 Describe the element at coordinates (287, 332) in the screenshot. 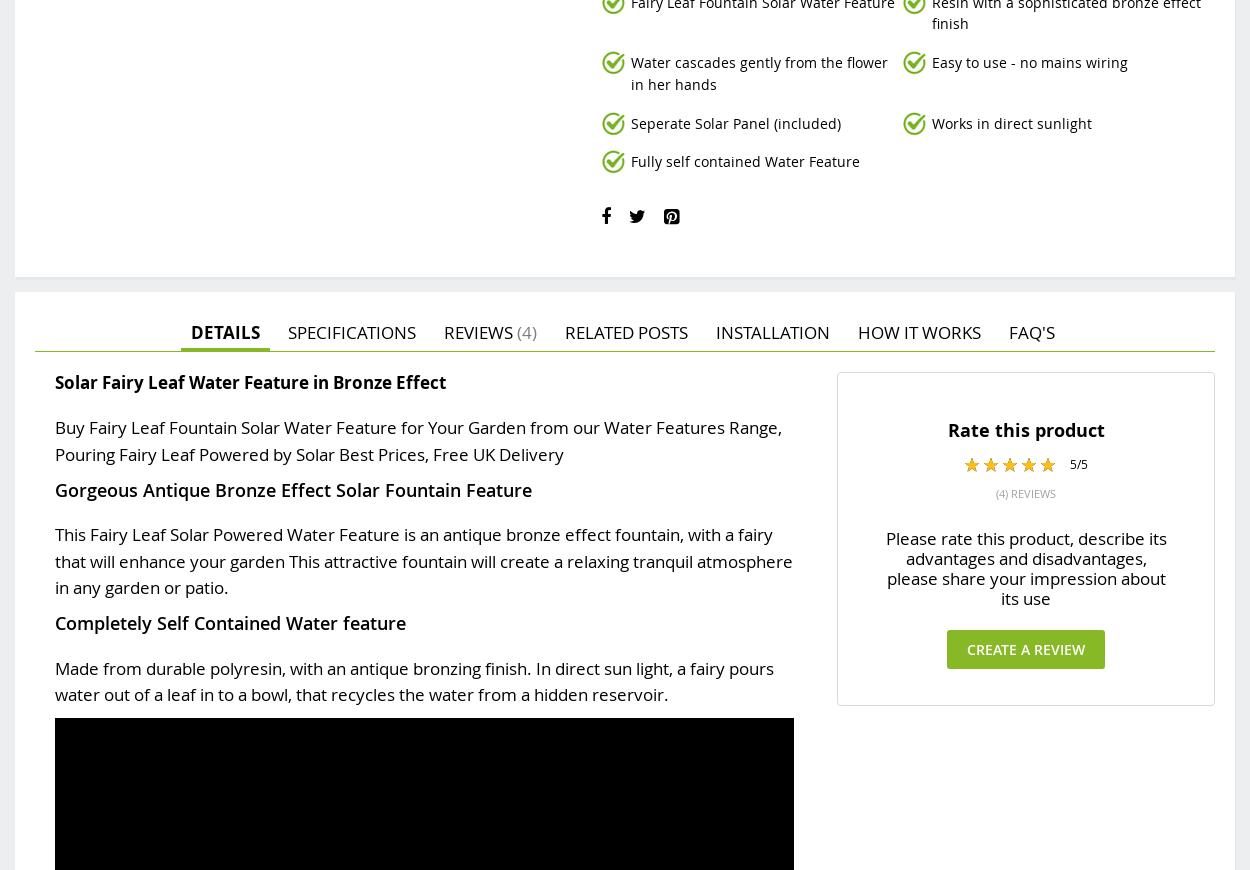

I see `'Specifications'` at that location.